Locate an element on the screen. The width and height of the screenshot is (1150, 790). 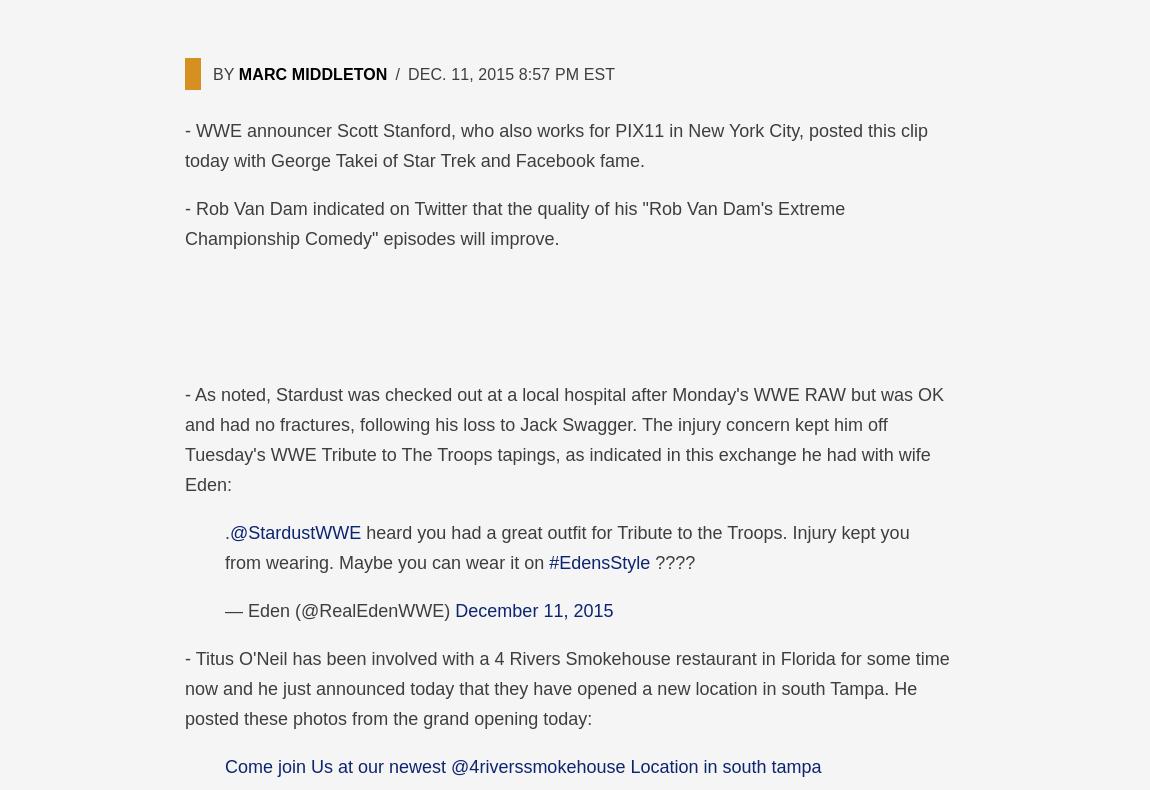
'.' is located at coordinates (226, 532).